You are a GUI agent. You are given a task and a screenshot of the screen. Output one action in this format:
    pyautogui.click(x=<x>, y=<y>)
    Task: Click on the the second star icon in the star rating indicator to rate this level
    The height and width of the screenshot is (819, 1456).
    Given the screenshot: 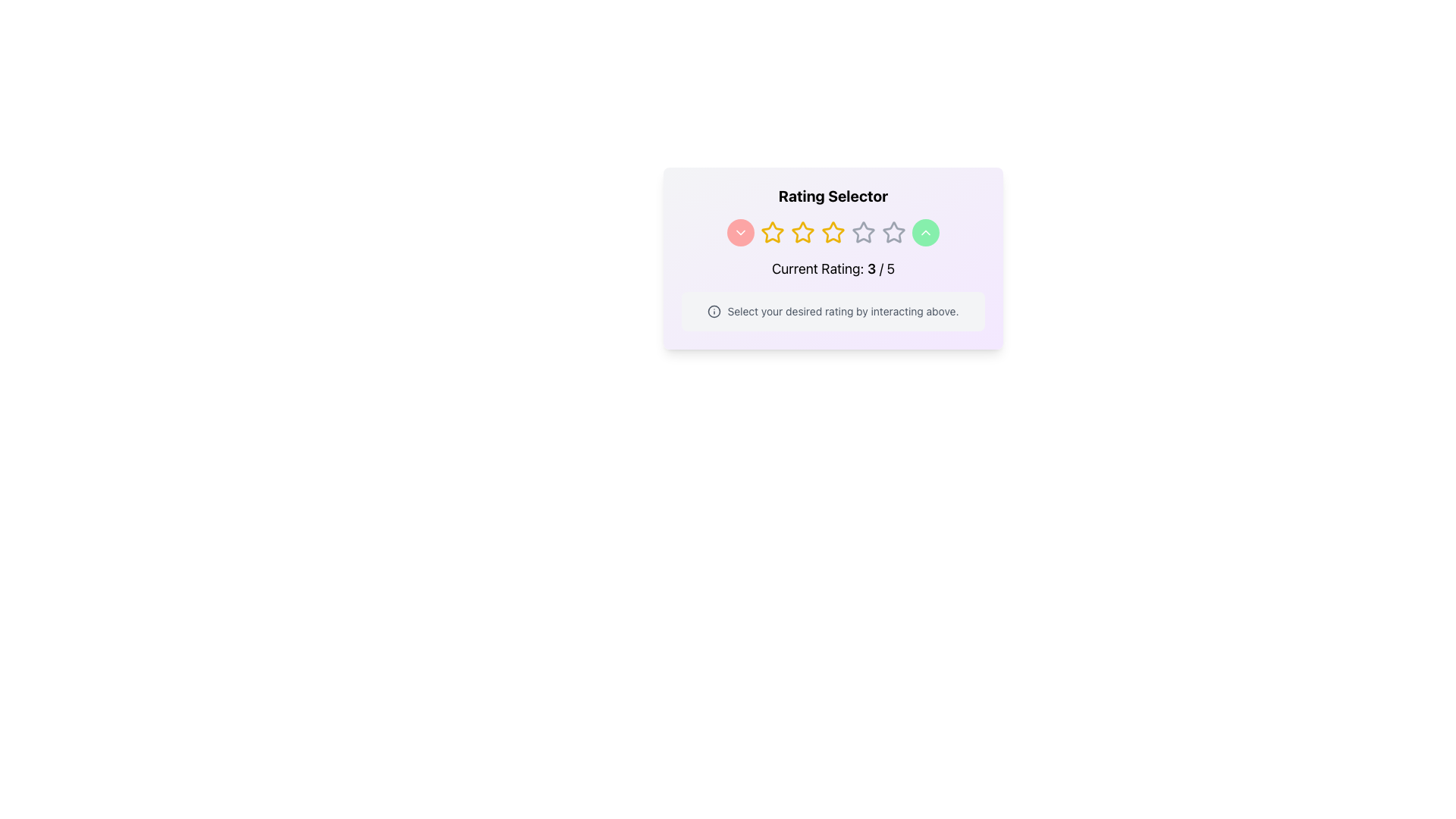 What is the action you would take?
    pyautogui.click(x=772, y=233)
    